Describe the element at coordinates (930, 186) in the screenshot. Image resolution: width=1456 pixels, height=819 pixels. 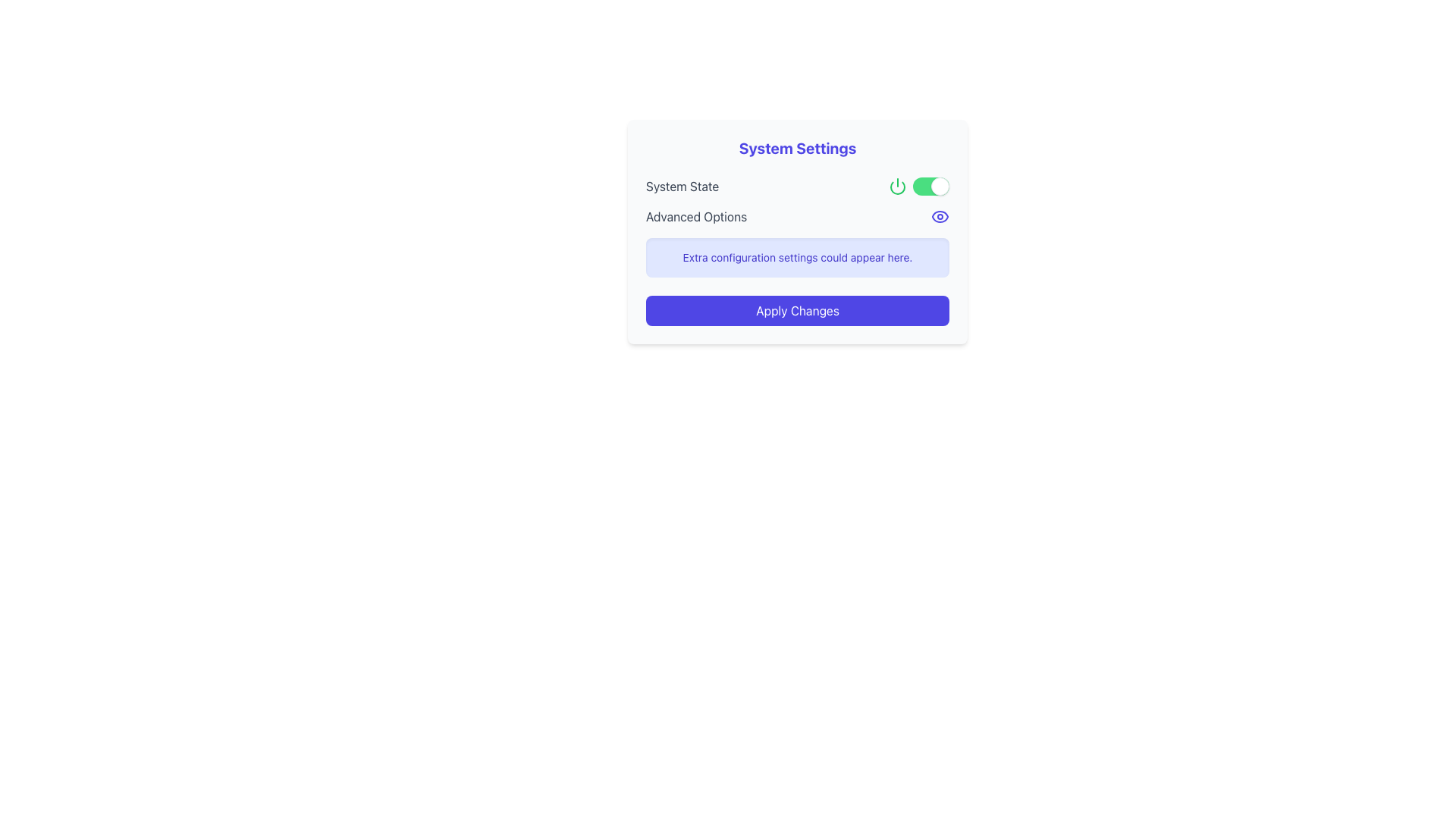
I see `the toggle switch located in the 'System Settings' section to the right of the 'System State' label` at that location.